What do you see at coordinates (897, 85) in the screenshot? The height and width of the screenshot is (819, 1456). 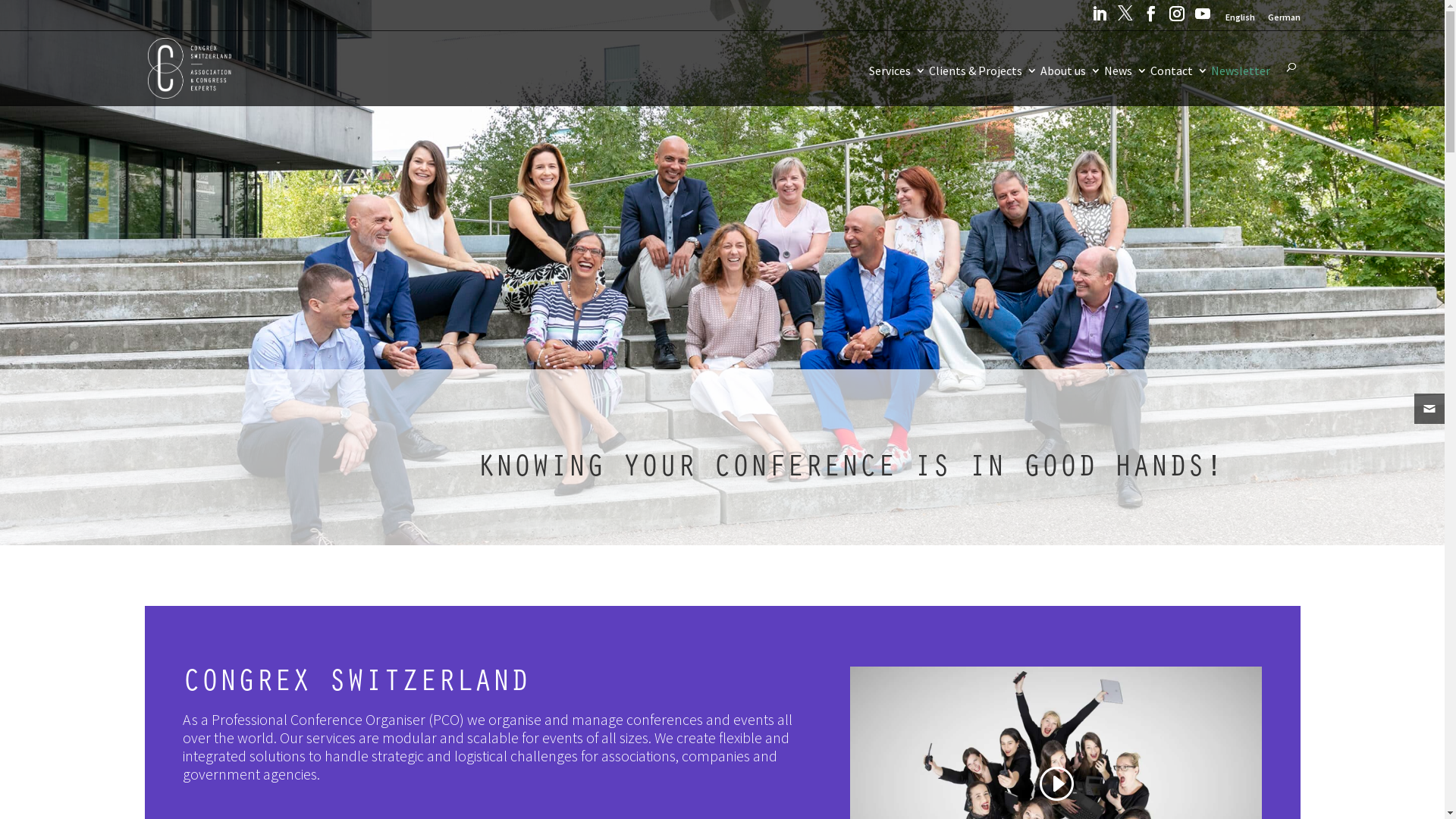 I see `'Services'` at bounding box center [897, 85].